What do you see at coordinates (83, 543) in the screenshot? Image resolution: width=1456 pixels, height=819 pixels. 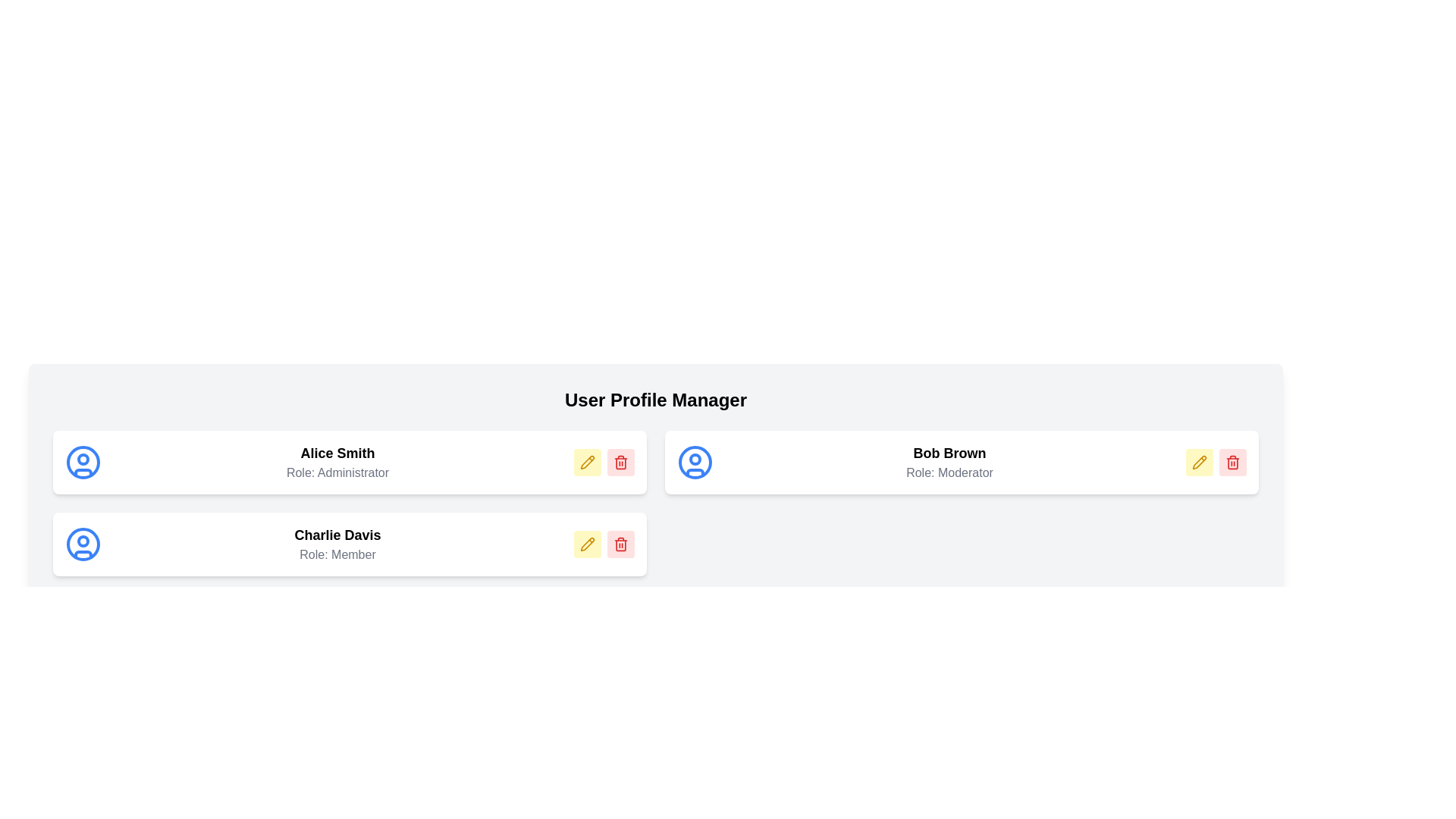 I see `the circular SVG graphical component that represents the user's profile associated with 'Charlie Davis'` at bounding box center [83, 543].